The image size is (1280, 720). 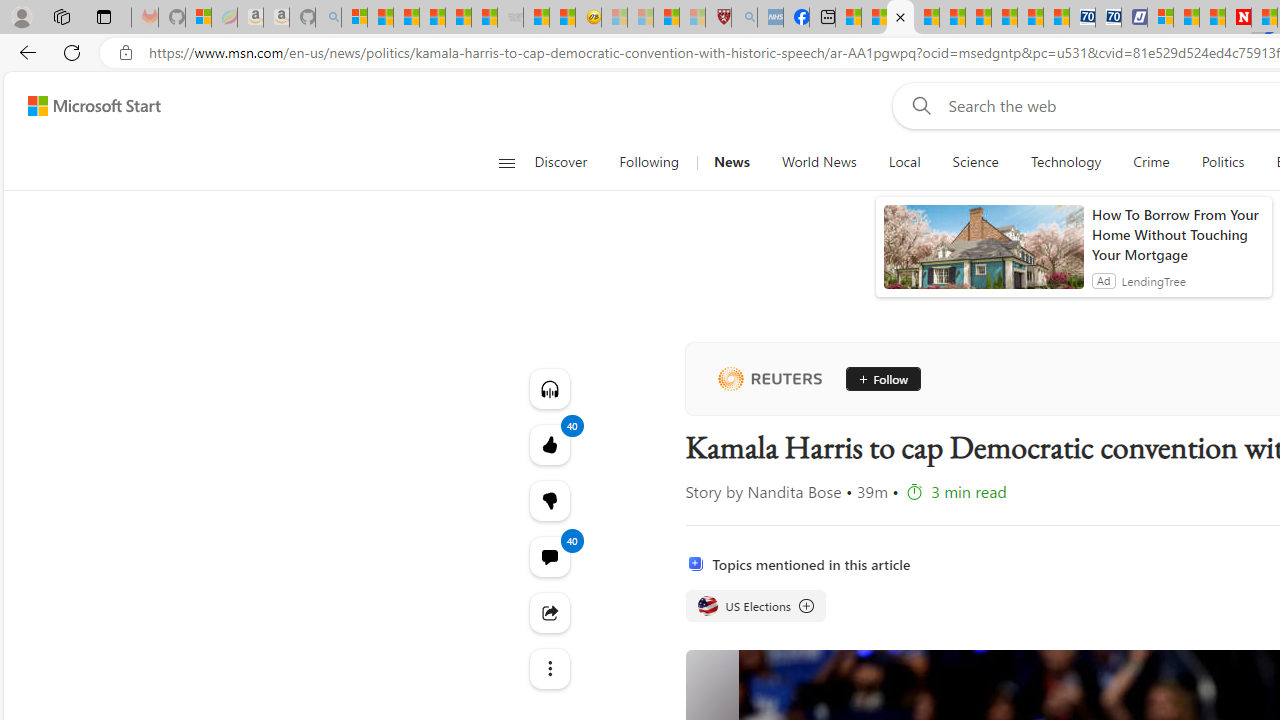 I want to click on 'US Elections US Elections US Elections', so click(x=754, y=604).